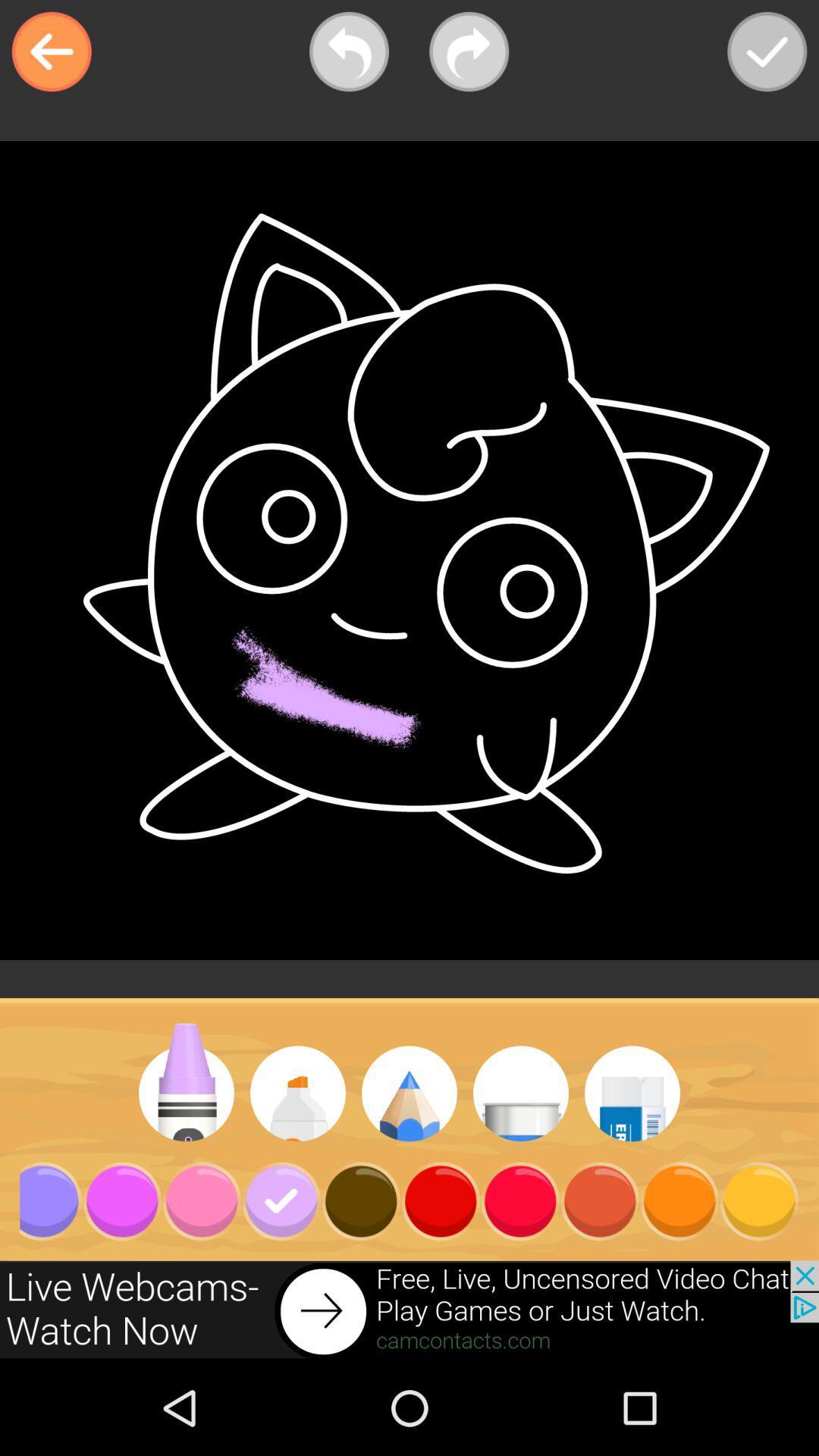 The width and height of the screenshot is (819, 1456). What do you see at coordinates (767, 52) in the screenshot?
I see `finish drawing` at bounding box center [767, 52].